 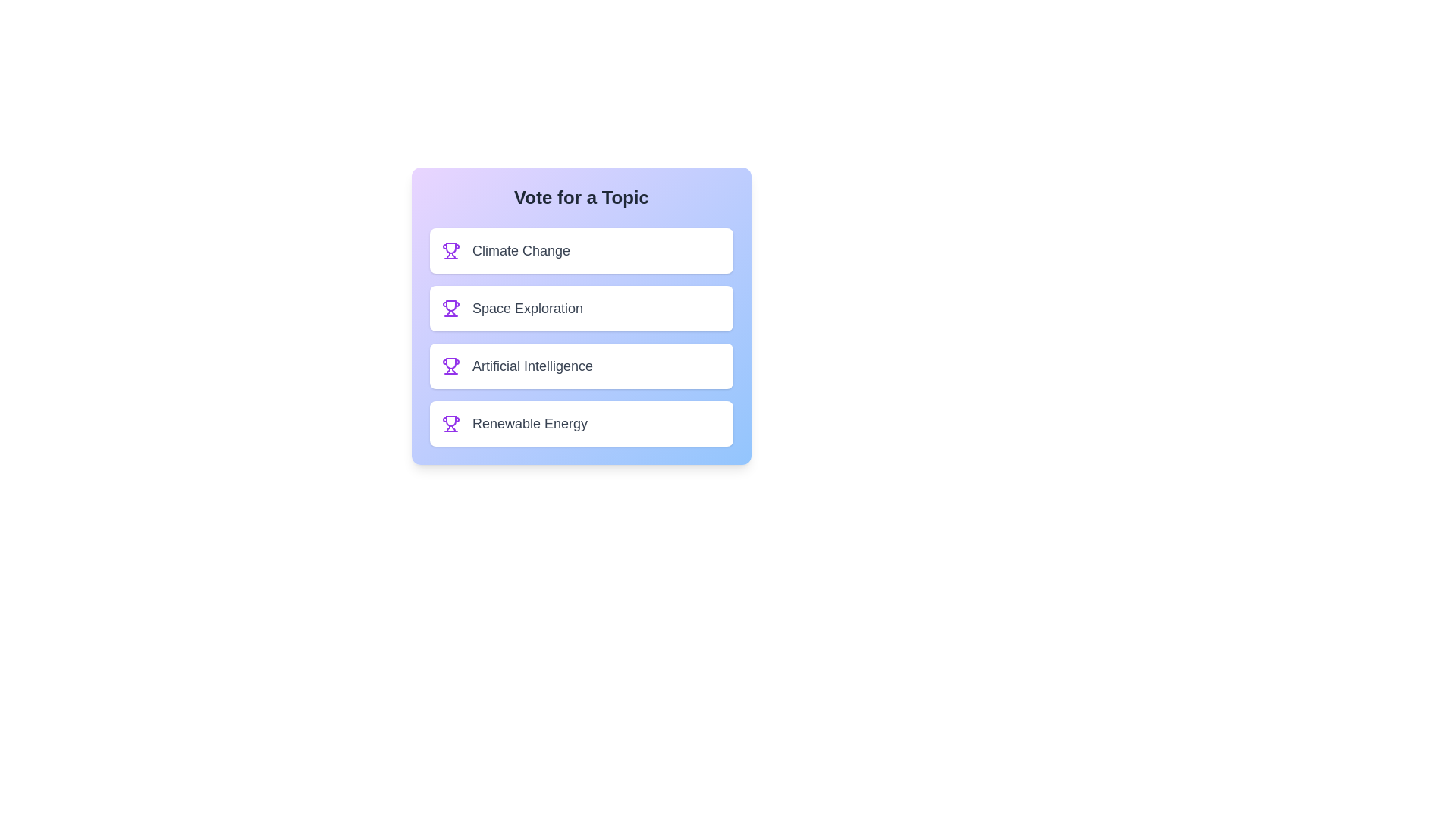 I want to click on the trophy-like purple icon located to the left of the text 'Space Exploration' in the second item of the vertical list under 'Vote for a Topic', so click(x=450, y=306).